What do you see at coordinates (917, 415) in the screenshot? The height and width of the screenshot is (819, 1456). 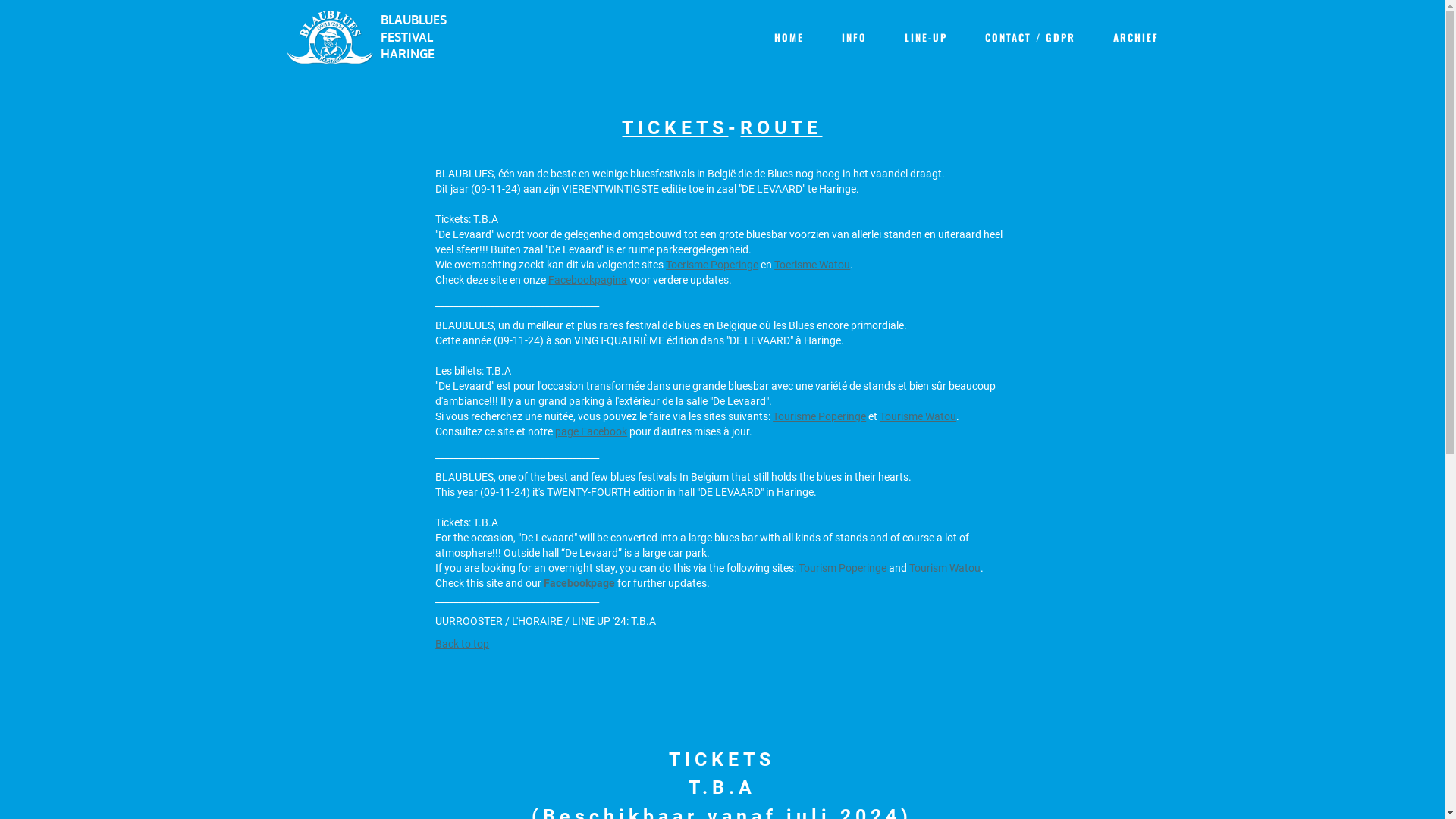 I see `'Tourisme Watou'` at bounding box center [917, 415].